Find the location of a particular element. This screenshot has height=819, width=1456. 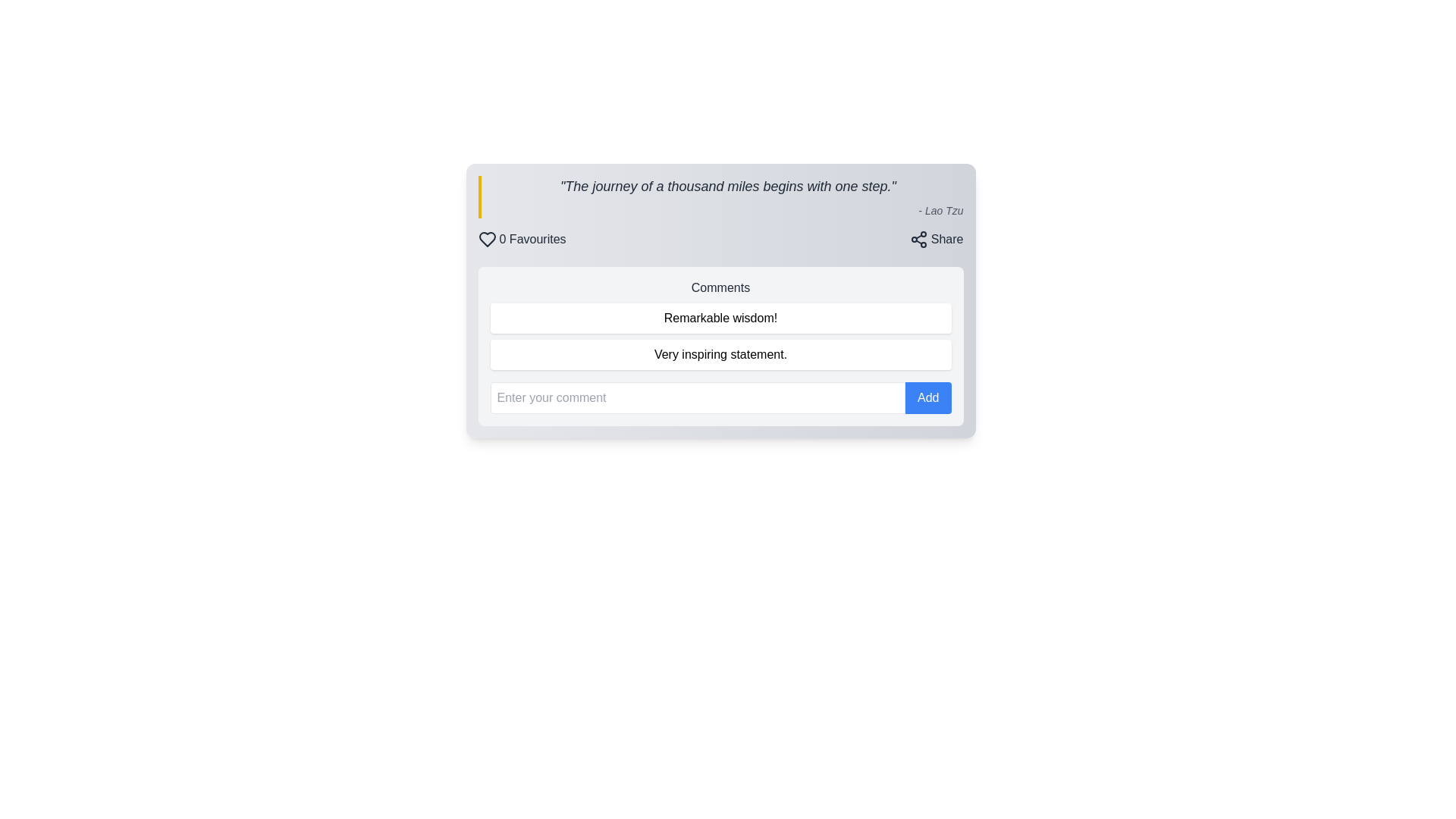

the share icon, which is a minimalist design featuring three interconnected circles and two diagonal lines, located on the right side of the interface near the 'Share' text is located at coordinates (918, 239).